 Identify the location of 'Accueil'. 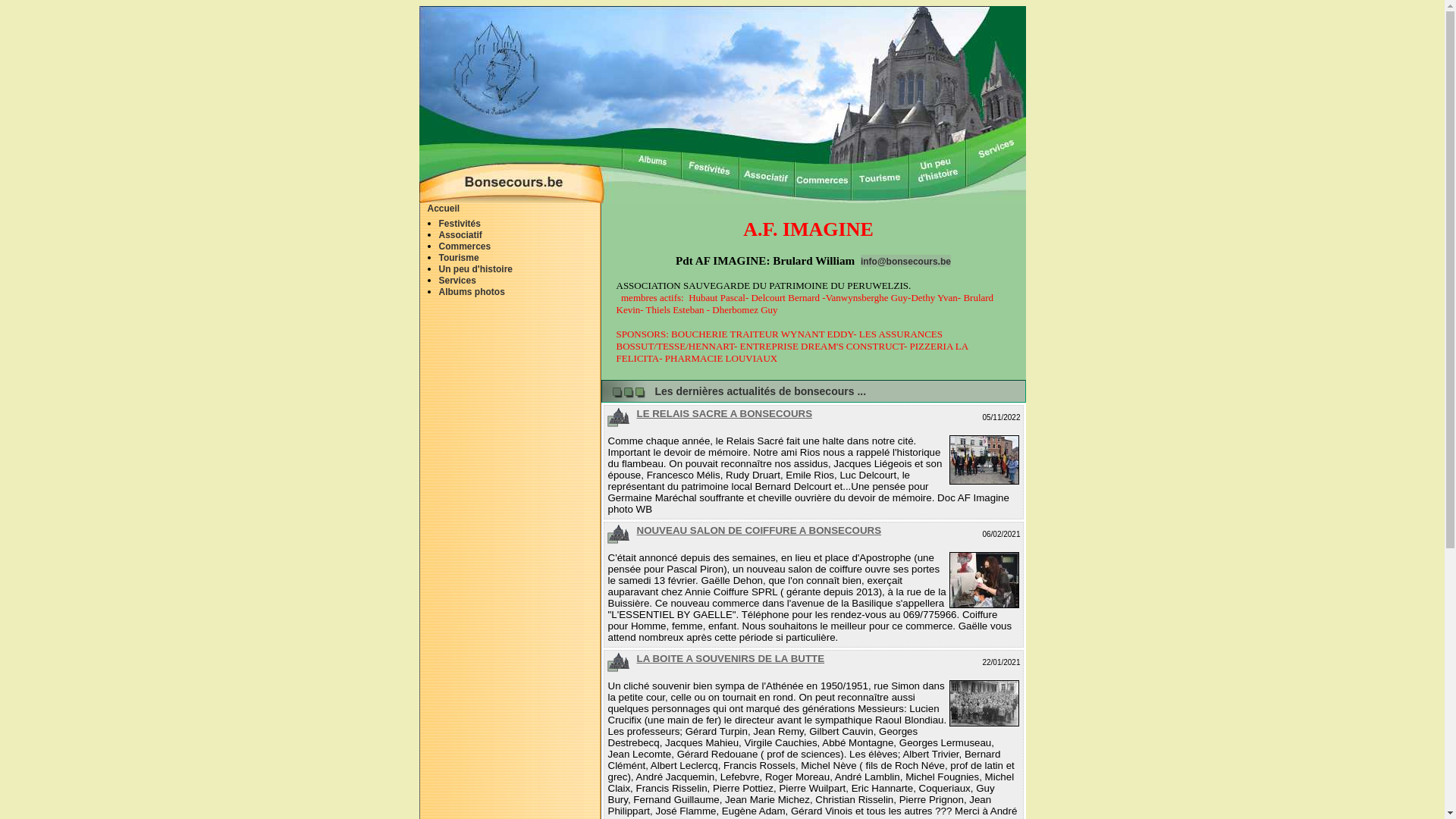
(443, 208).